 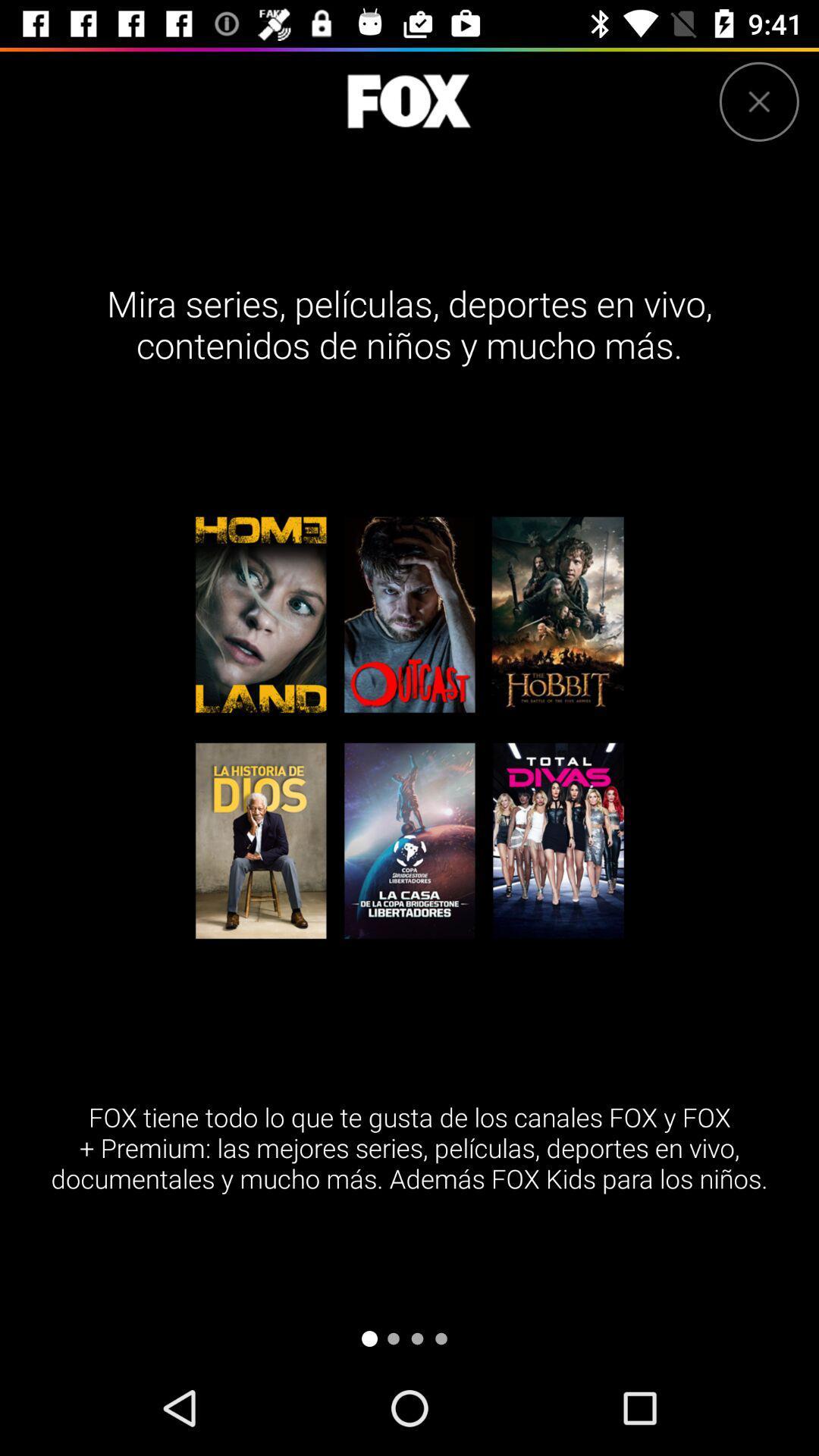 What do you see at coordinates (759, 101) in the screenshot?
I see `the close icon` at bounding box center [759, 101].